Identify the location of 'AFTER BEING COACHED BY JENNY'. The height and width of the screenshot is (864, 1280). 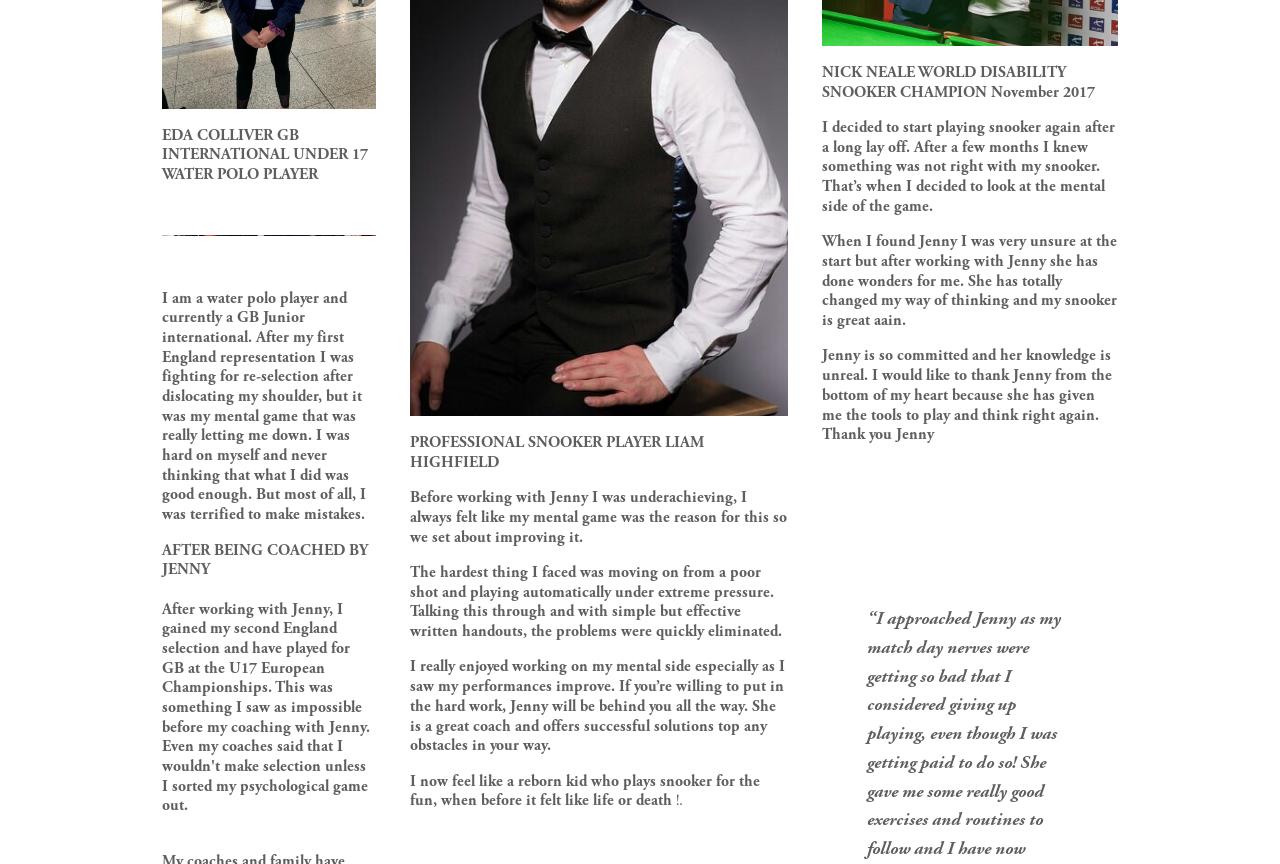
(266, 558).